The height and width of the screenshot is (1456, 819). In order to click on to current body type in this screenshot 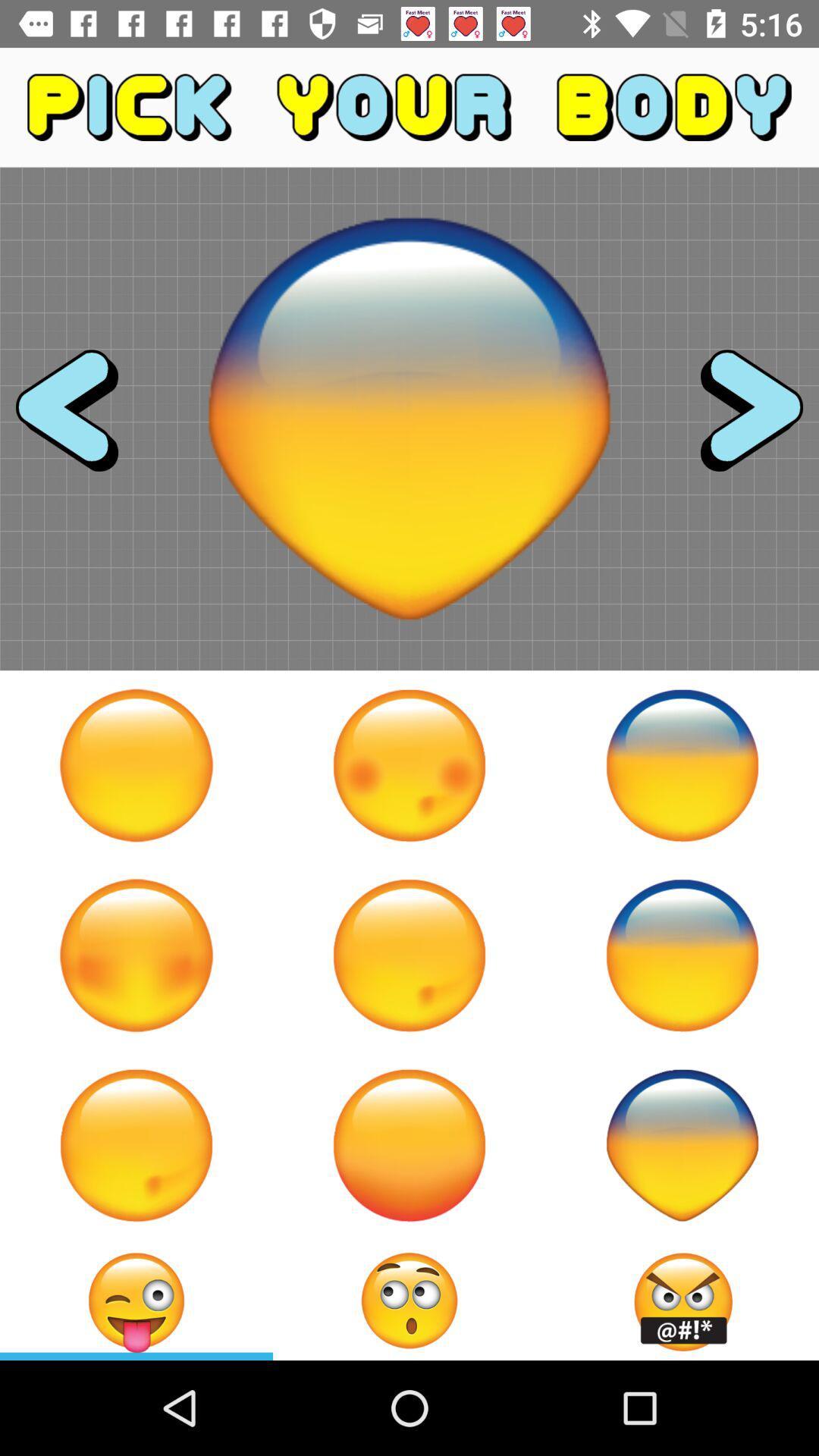, I will do `click(136, 1300)`.